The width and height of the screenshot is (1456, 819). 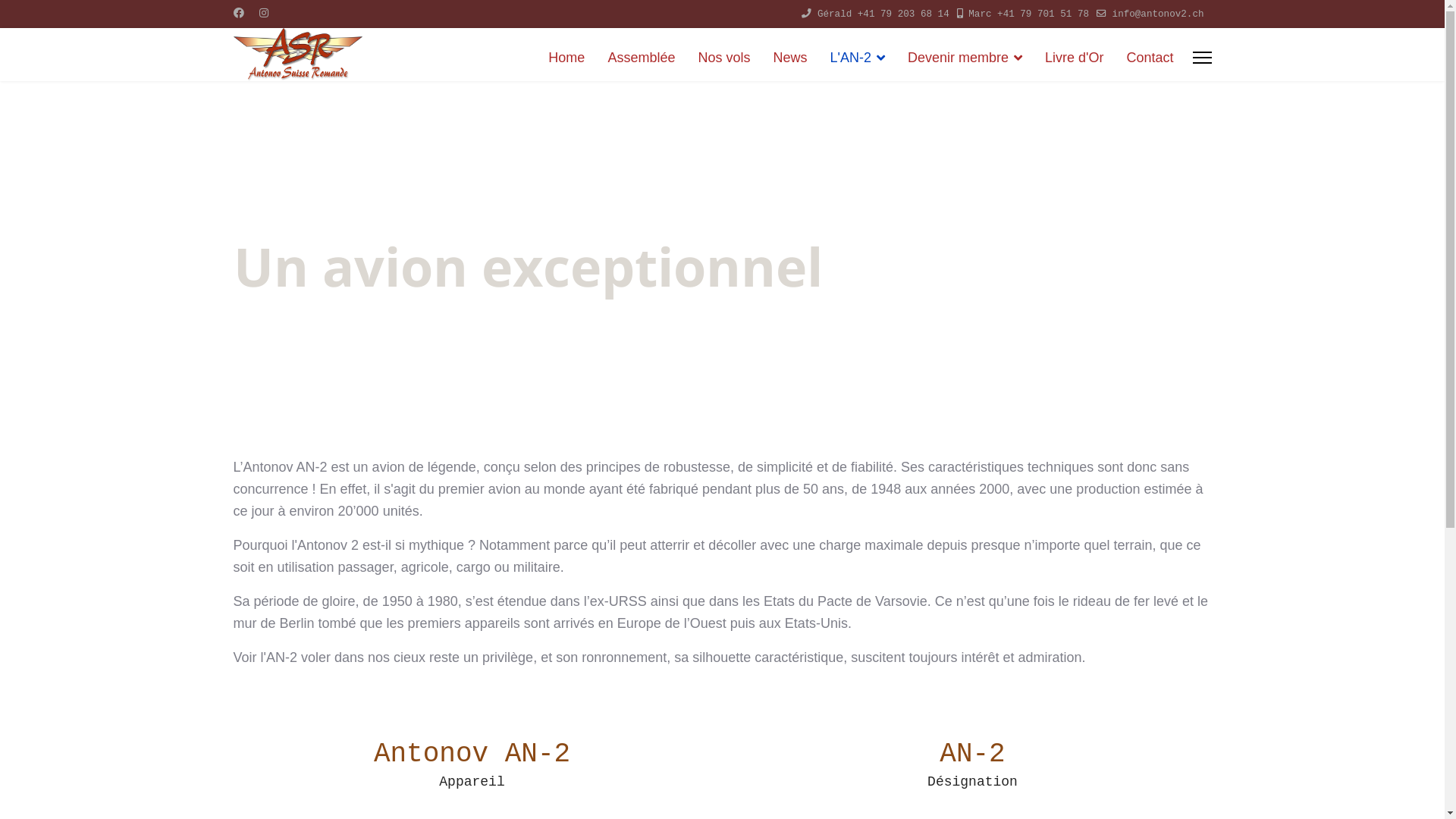 What do you see at coordinates (817, 57) in the screenshot?
I see `'L'AN-2'` at bounding box center [817, 57].